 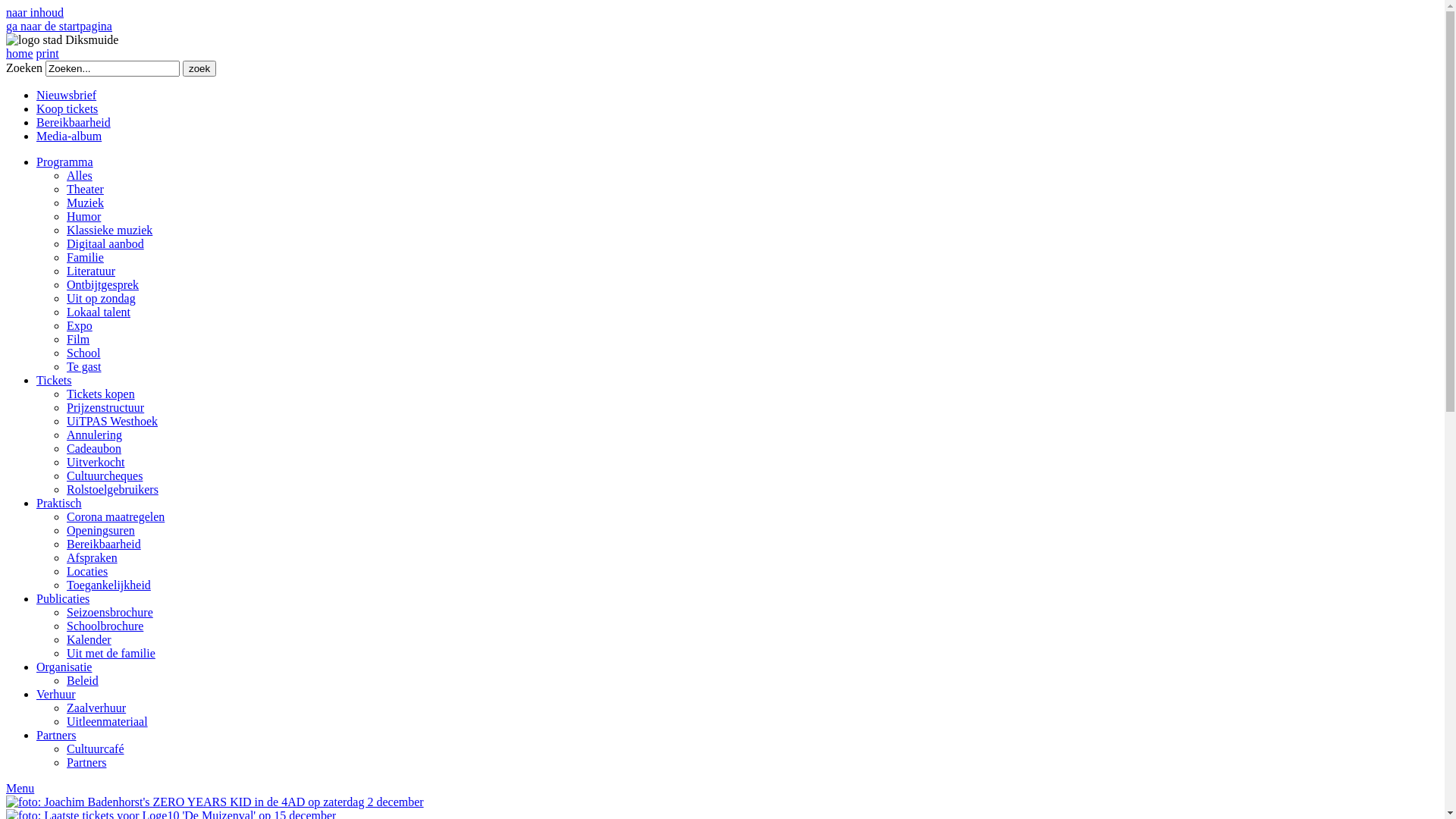 What do you see at coordinates (82, 679) in the screenshot?
I see `'Beleid'` at bounding box center [82, 679].